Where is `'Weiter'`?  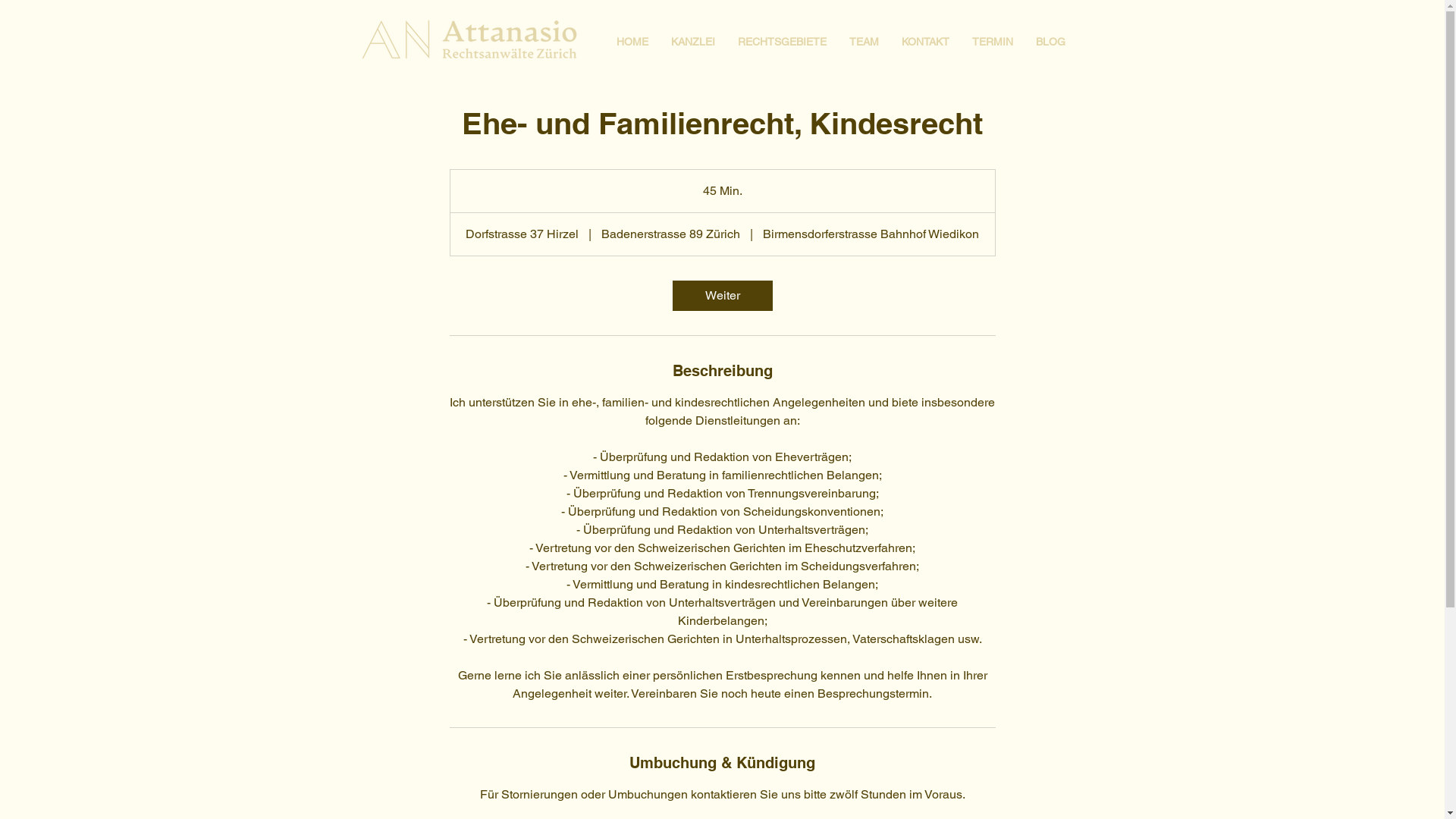
'Weiter' is located at coordinates (720, 295).